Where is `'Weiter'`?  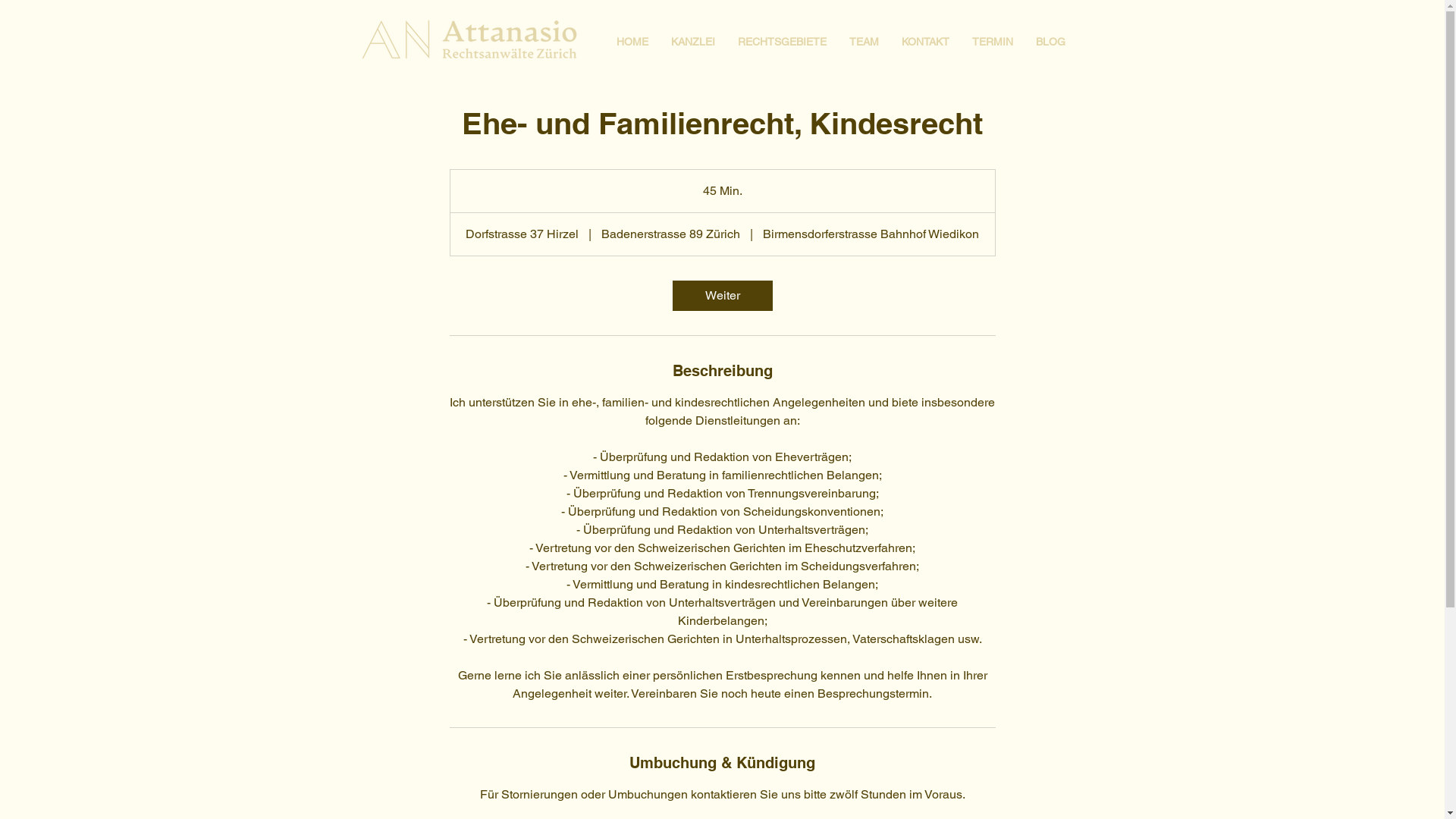
'Weiter' is located at coordinates (720, 295).